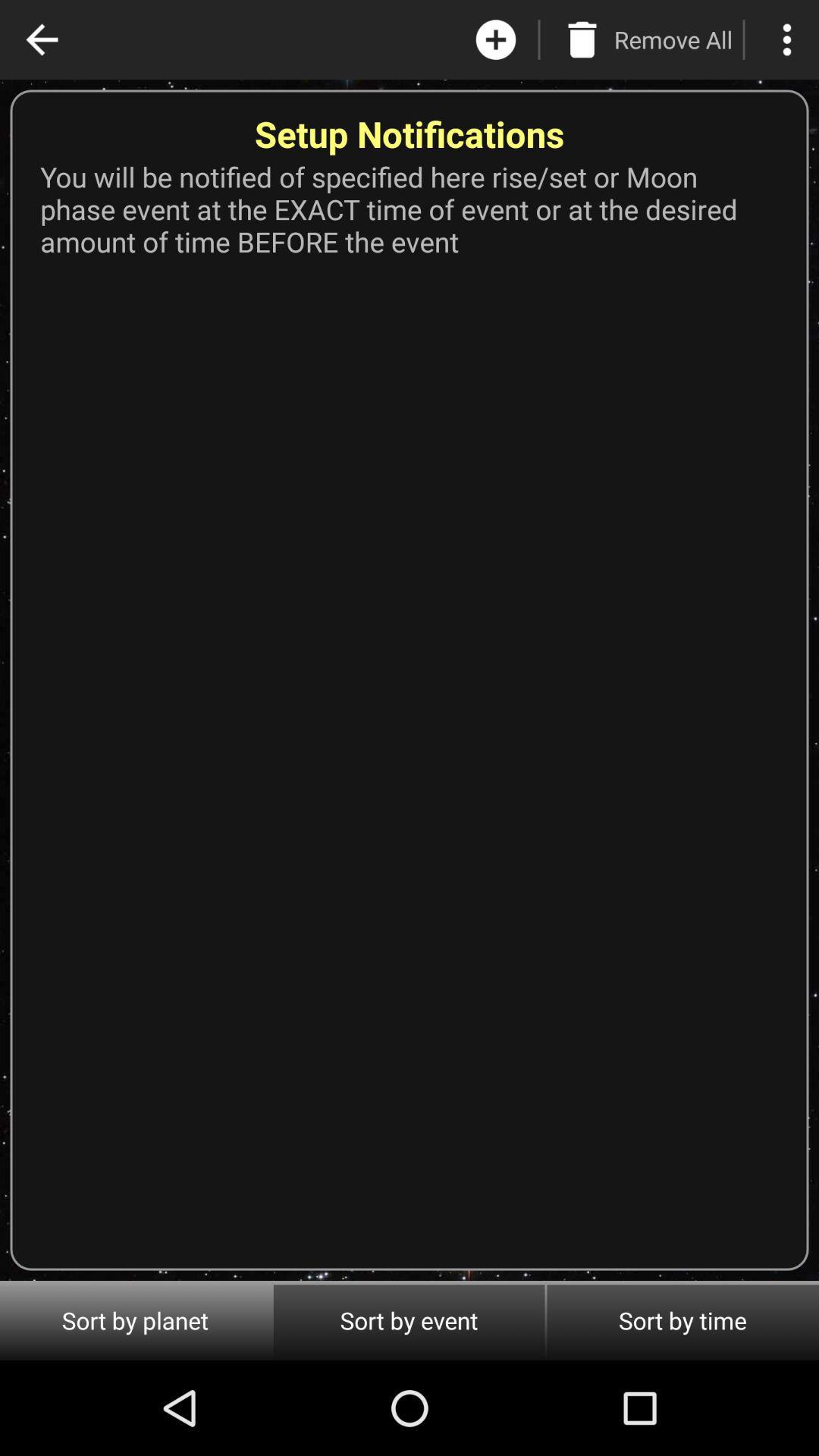 This screenshot has width=819, height=1456. Describe the element at coordinates (41, 39) in the screenshot. I see `go back` at that location.